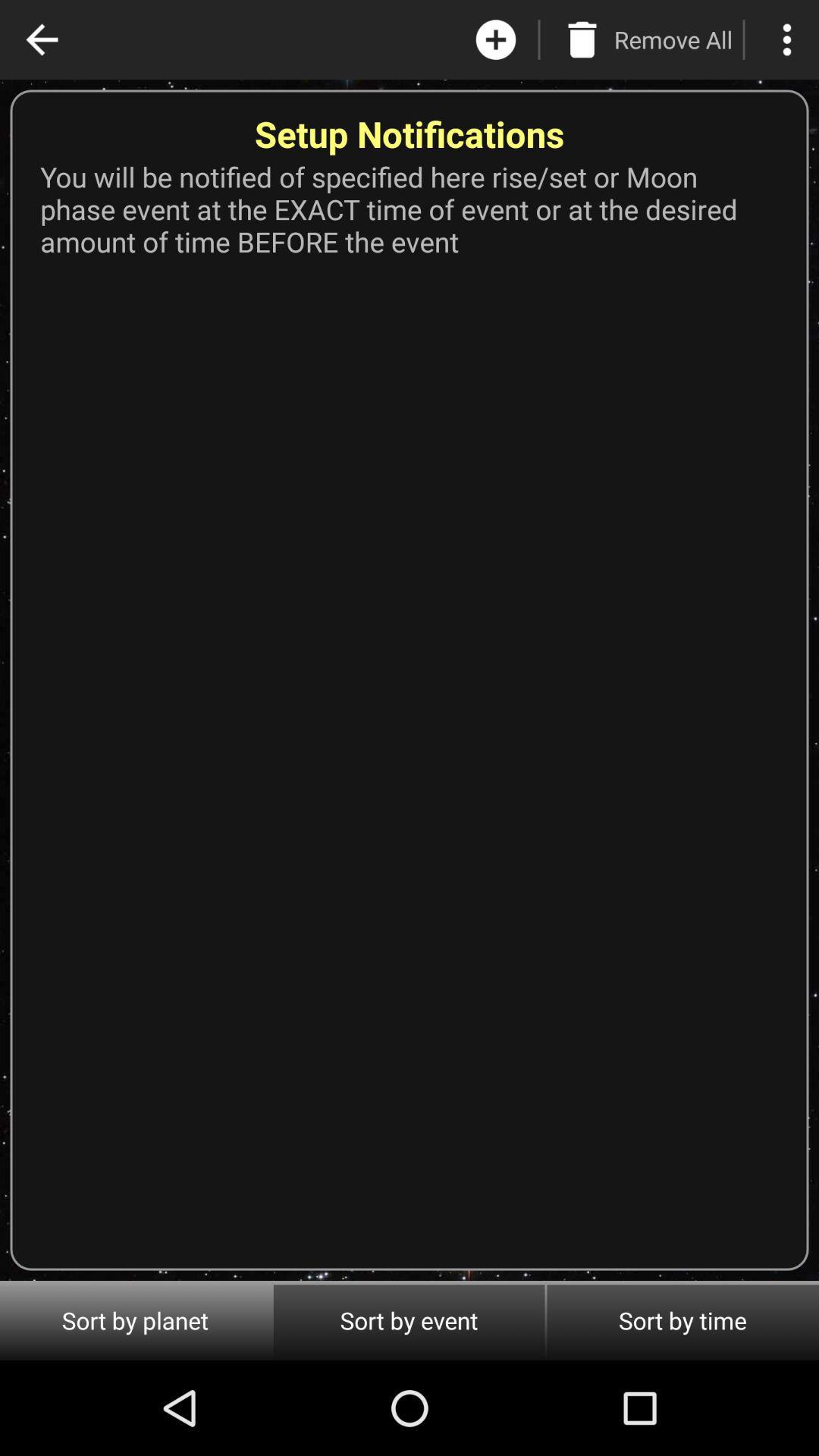 This screenshot has width=819, height=1456. Describe the element at coordinates (41, 39) in the screenshot. I see `go back` at that location.